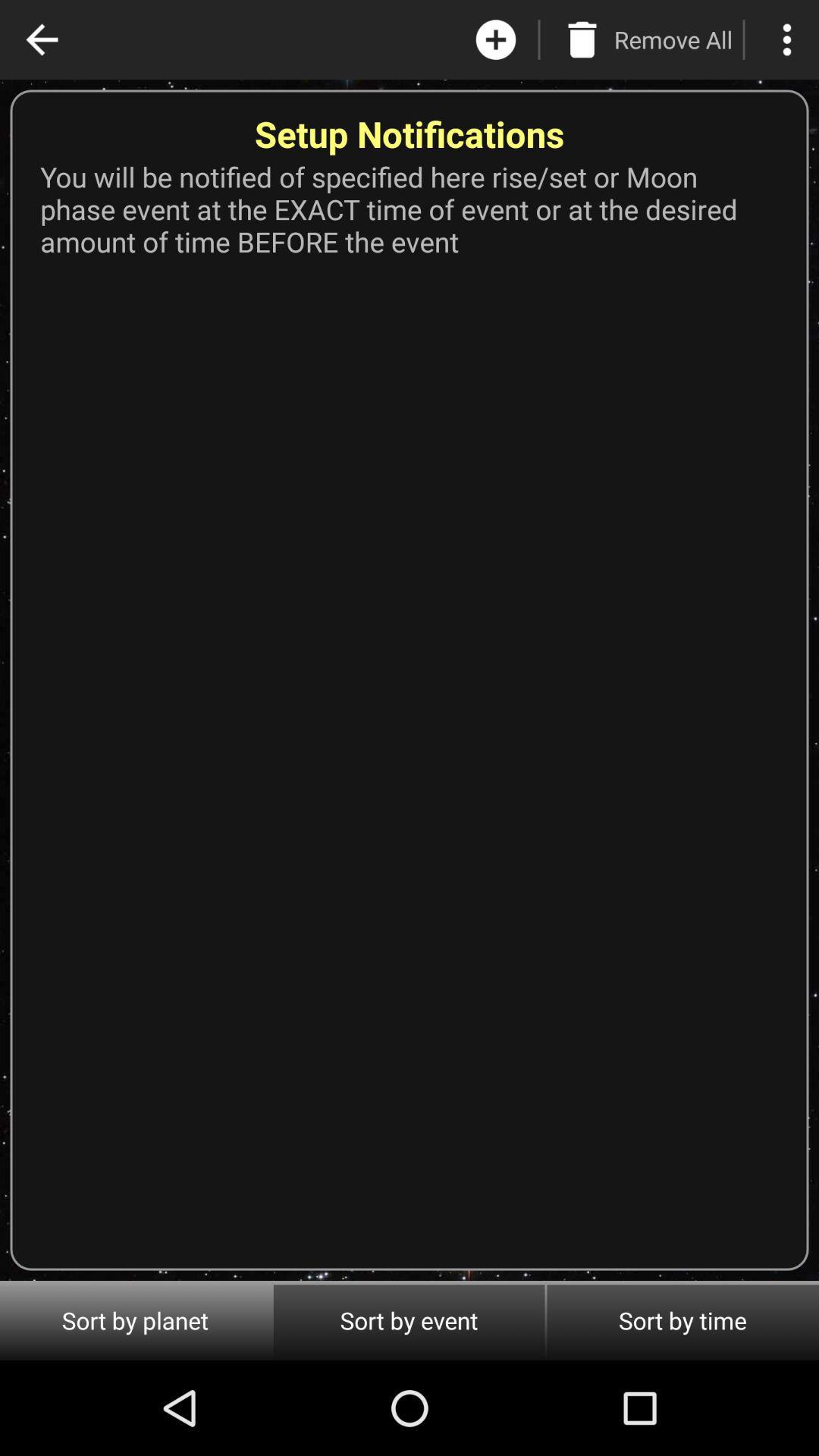 This screenshot has width=819, height=1456. Describe the element at coordinates (41, 39) in the screenshot. I see `go back` at that location.